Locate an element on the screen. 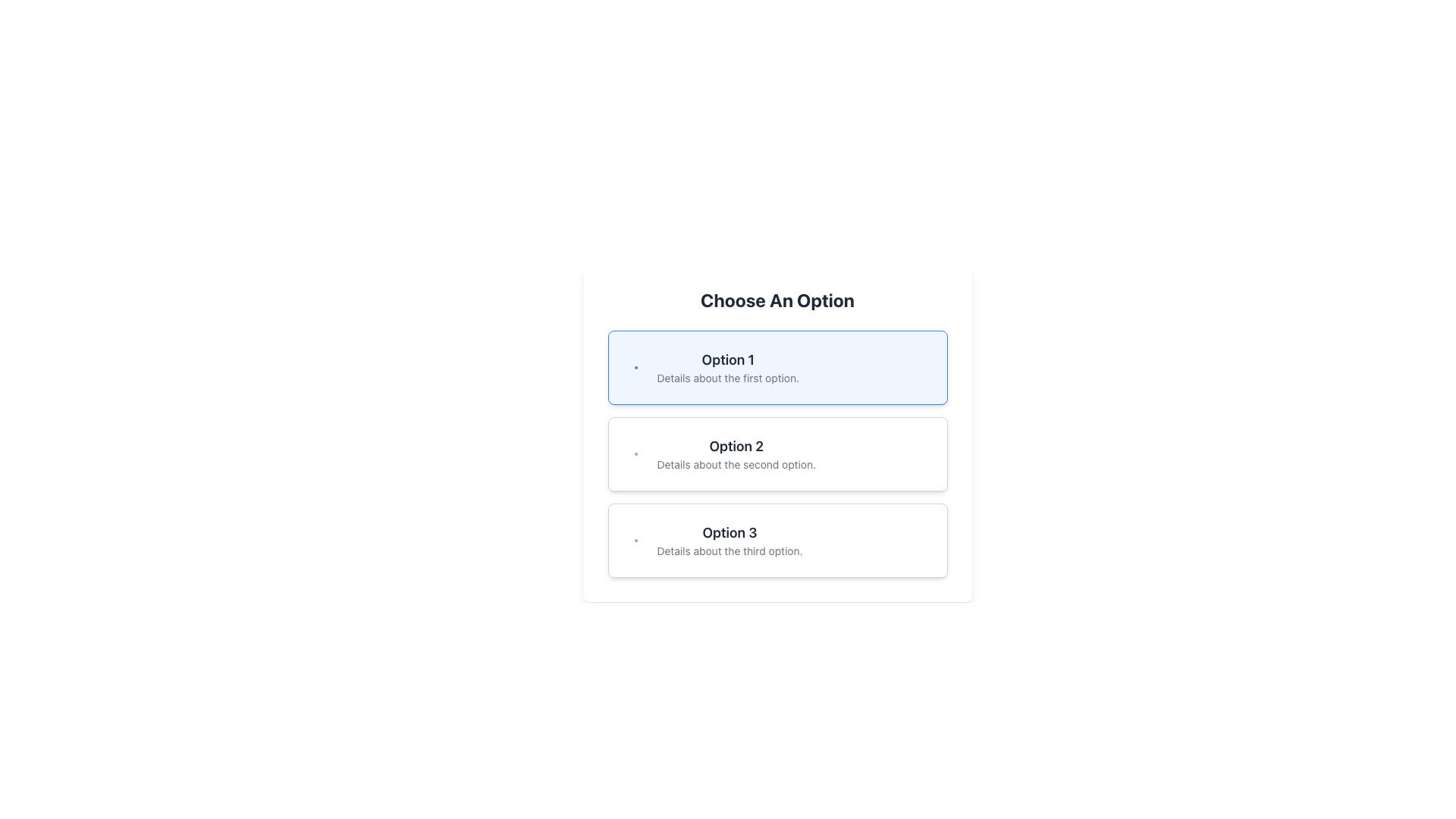 This screenshot has height=819, width=1456. the text block that displays the title and description for the third selectable option in the list is located at coordinates (730, 540).